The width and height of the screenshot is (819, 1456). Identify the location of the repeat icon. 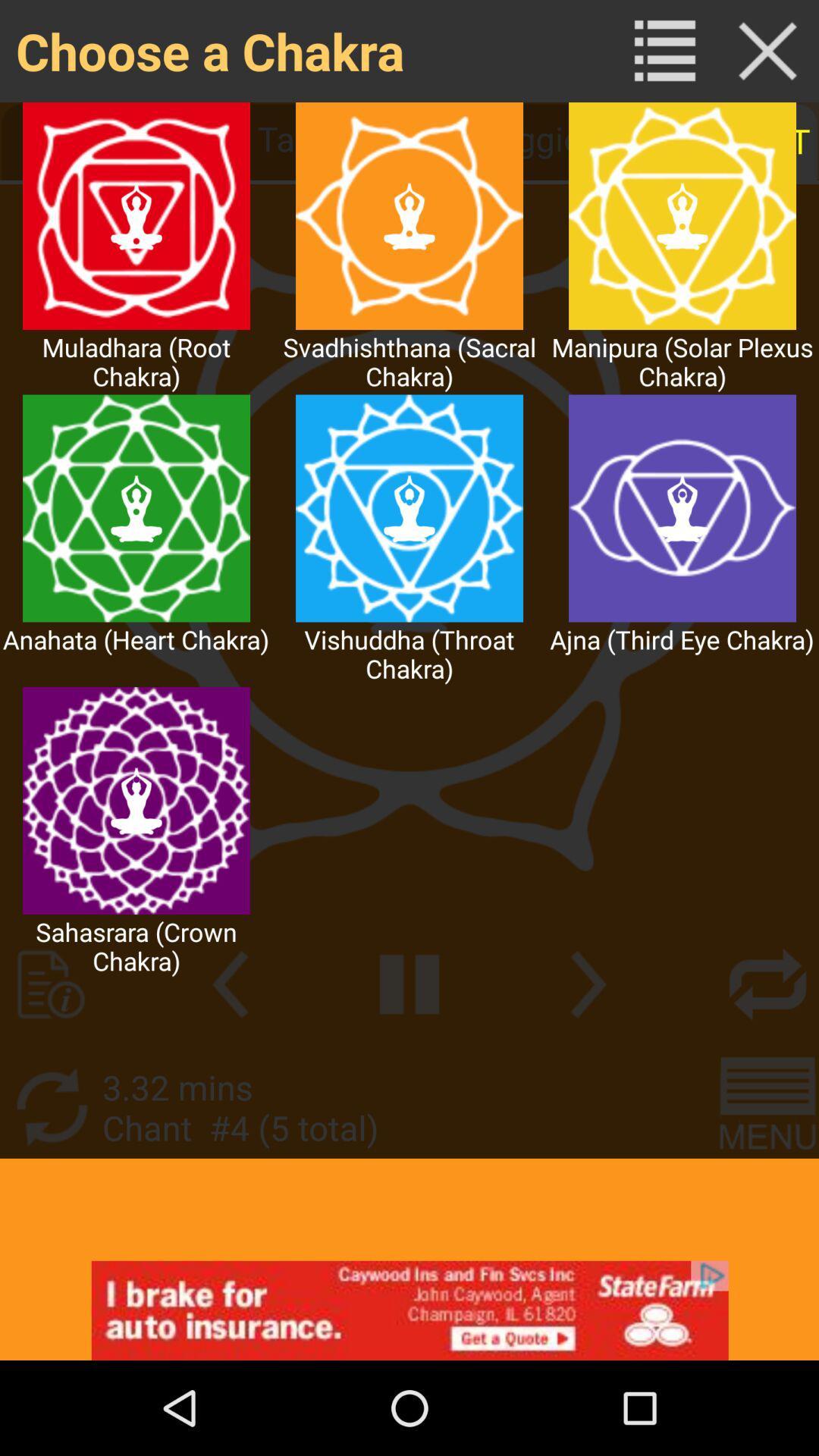
(767, 1053).